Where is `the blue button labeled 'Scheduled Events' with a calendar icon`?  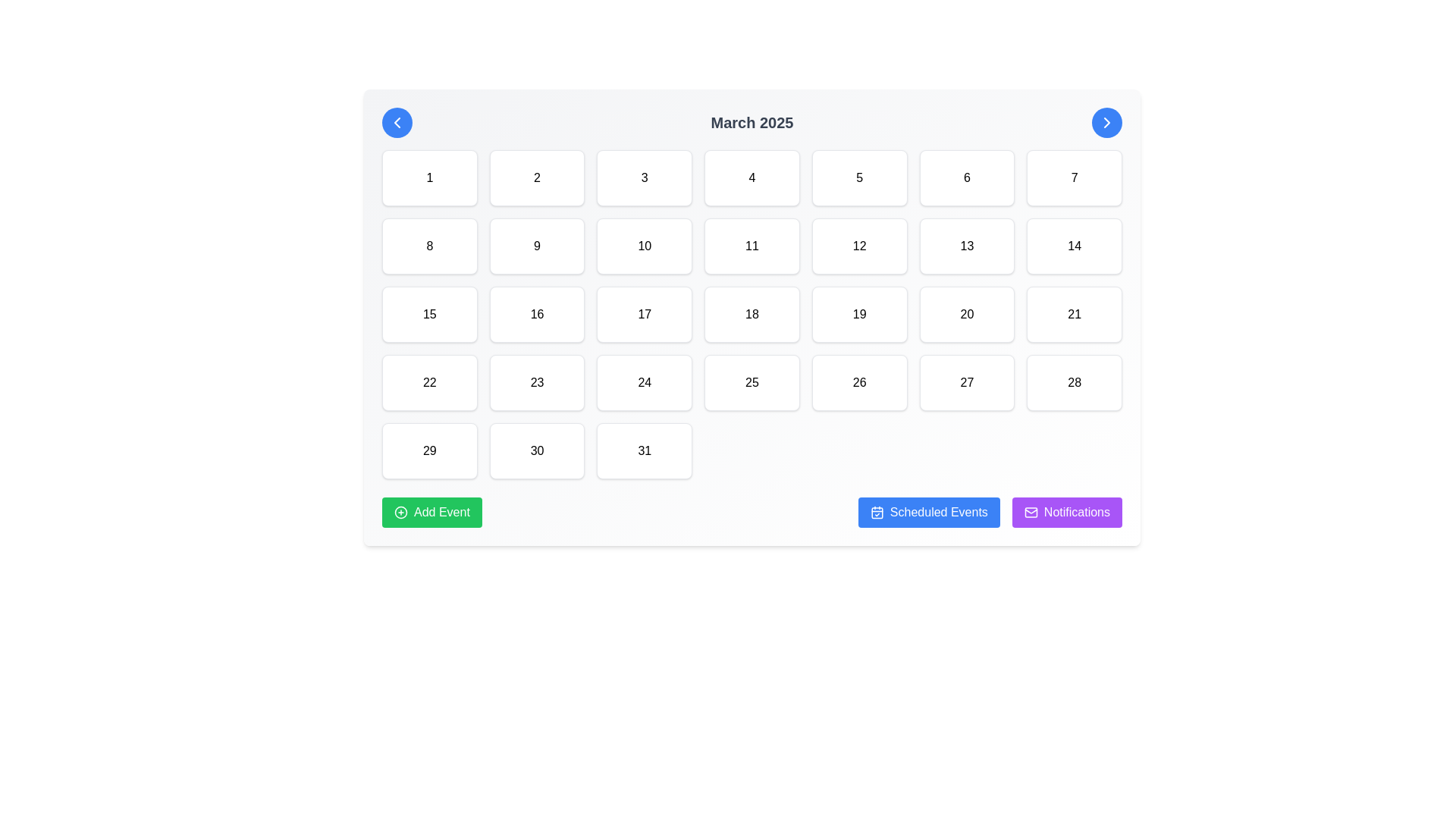 the blue button labeled 'Scheduled Events' with a calendar icon is located at coordinates (927, 512).